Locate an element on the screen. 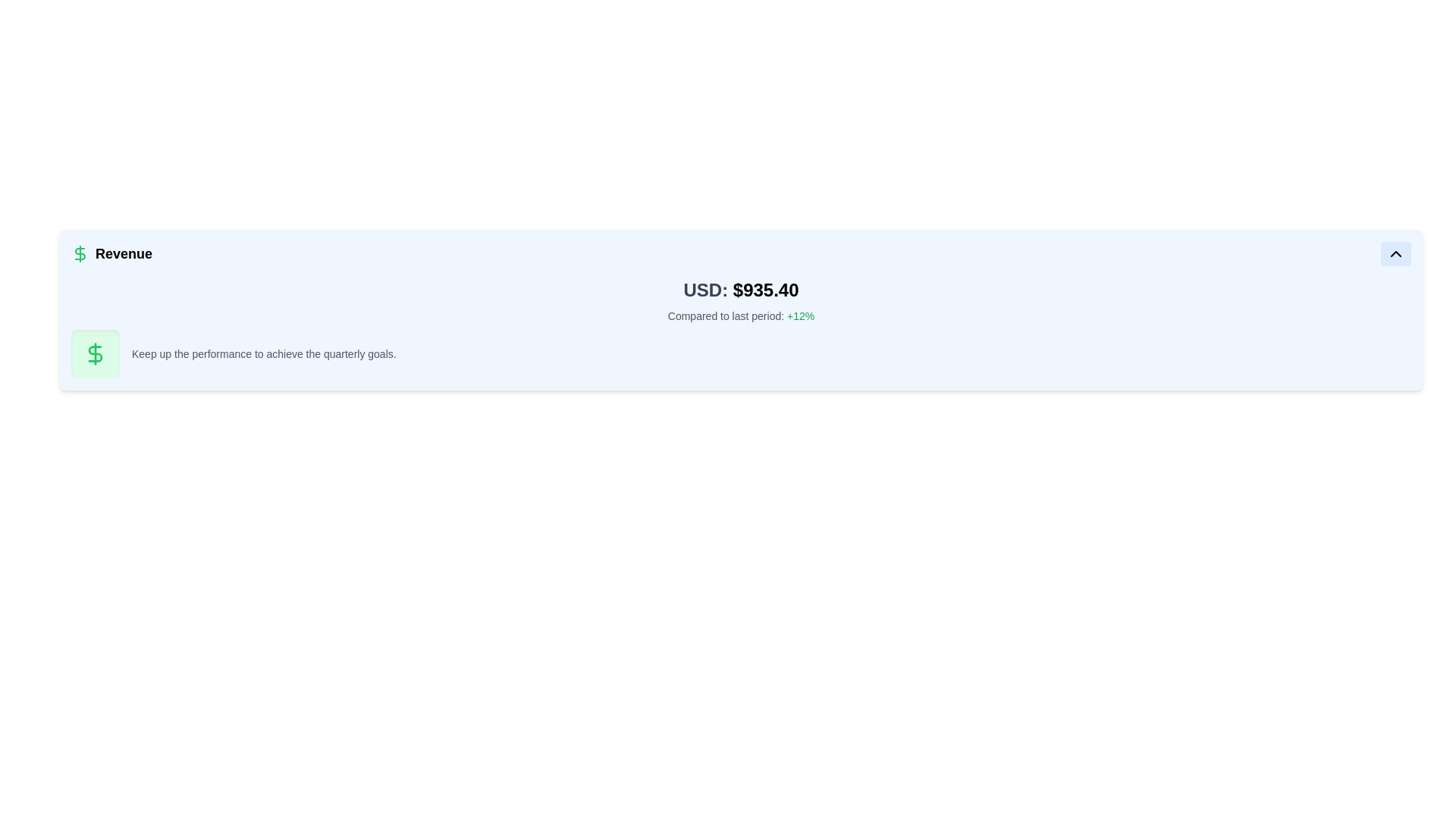 The image size is (1456, 819). the informational text label that provides motivational feedback to users, positioned to the right of a green dollar sign icon in the left-middle section of the interface is located at coordinates (264, 353).